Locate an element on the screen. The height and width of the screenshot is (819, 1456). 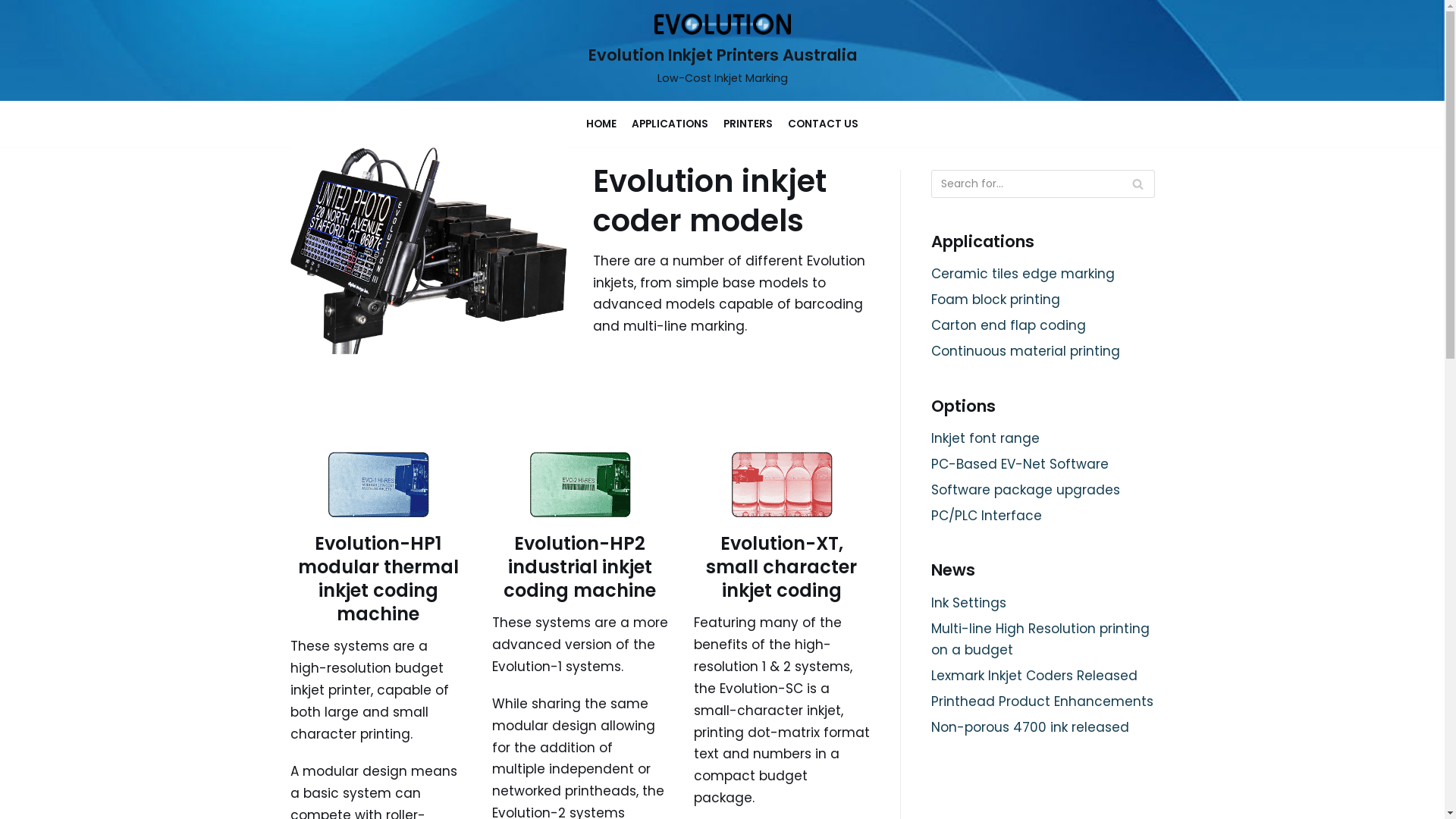
'Carton end flap coding' is located at coordinates (1008, 324).